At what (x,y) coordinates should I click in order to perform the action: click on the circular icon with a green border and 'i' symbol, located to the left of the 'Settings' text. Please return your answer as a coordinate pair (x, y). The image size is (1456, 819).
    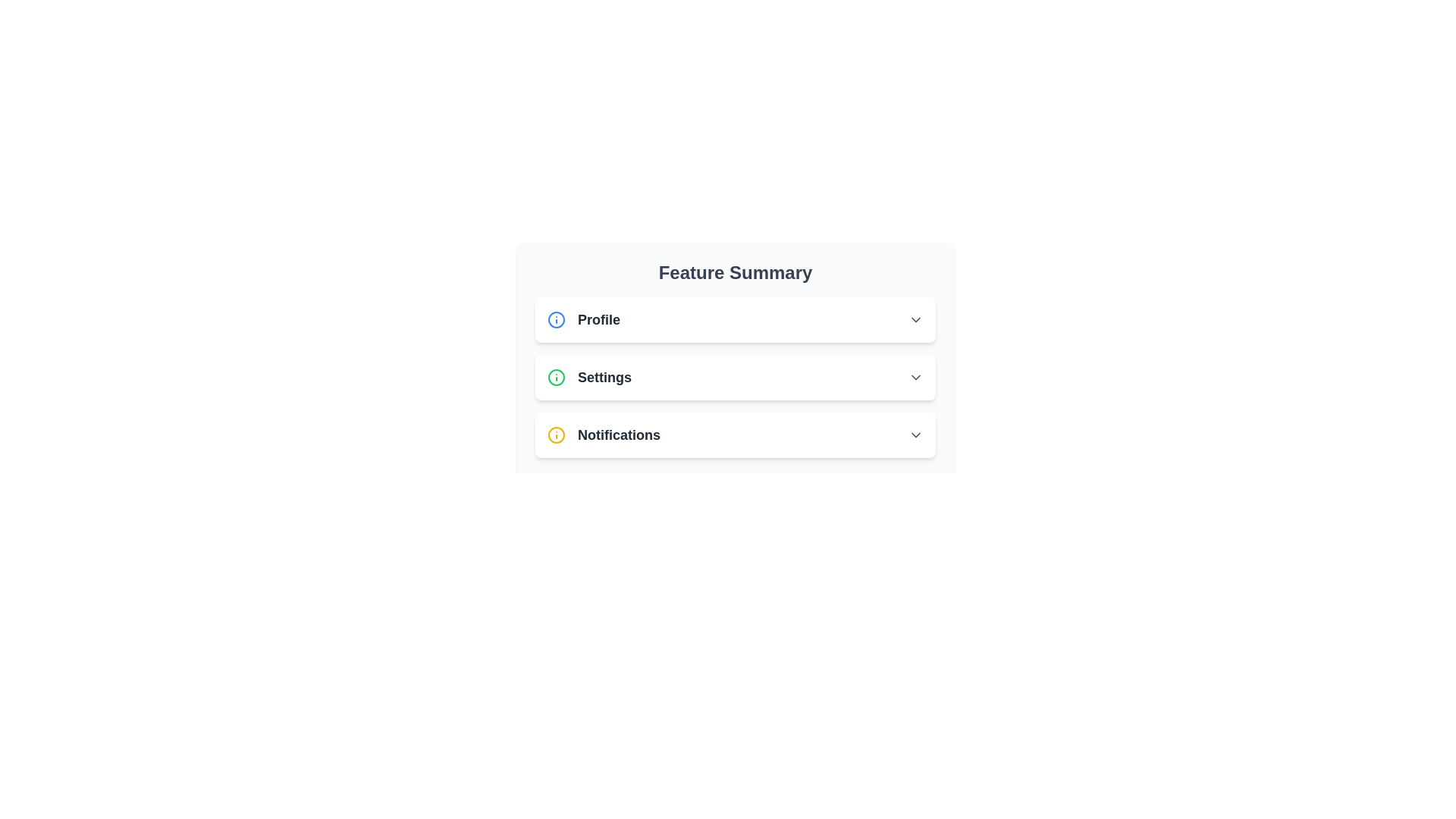
    Looking at the image, I should click on (556, 376).